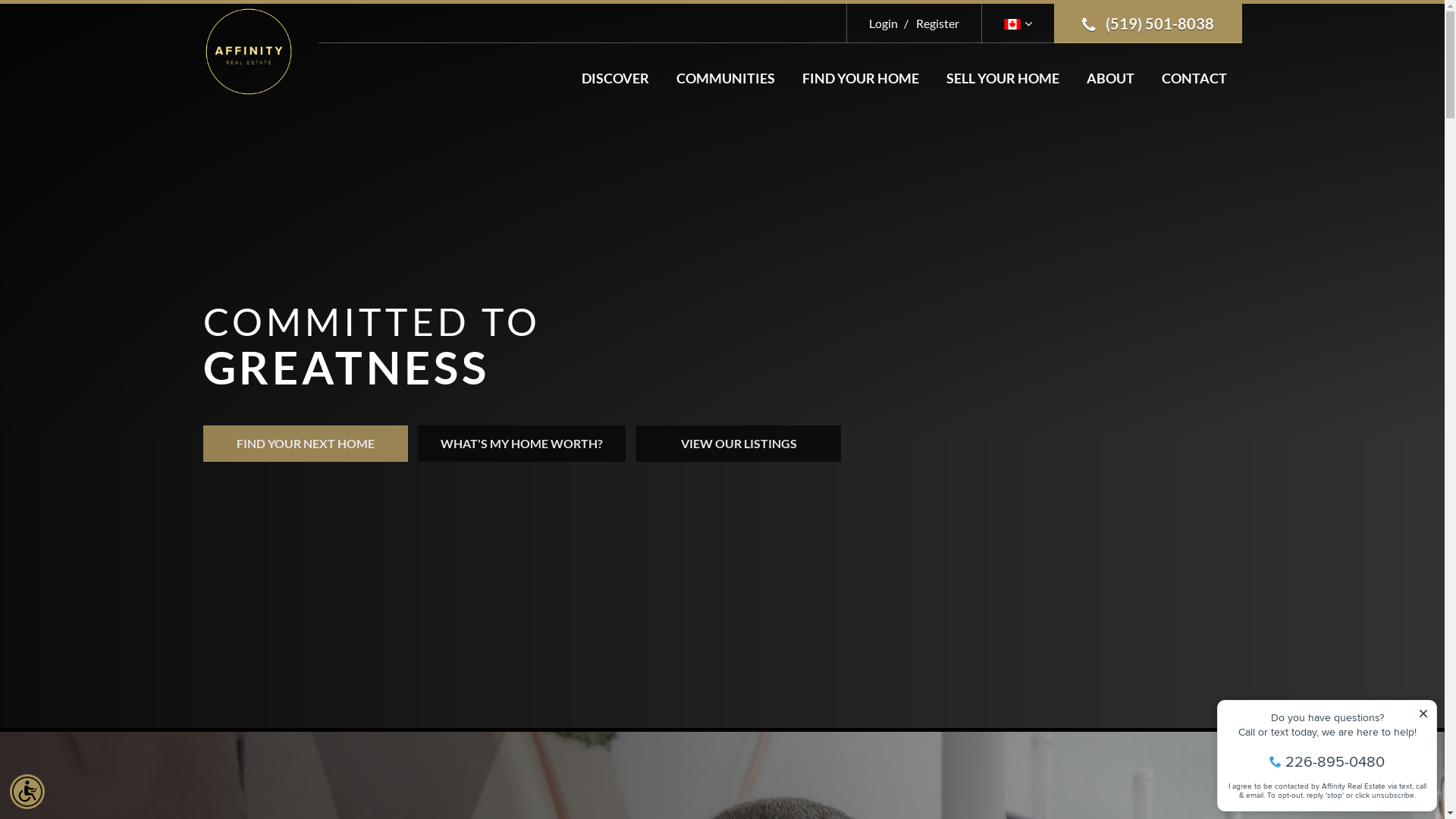 The width and height of the screenshot is (1456, 819). Describe the element at coordinates (1018, 23) in the screenshot. I see `'Select Language'` at that location.